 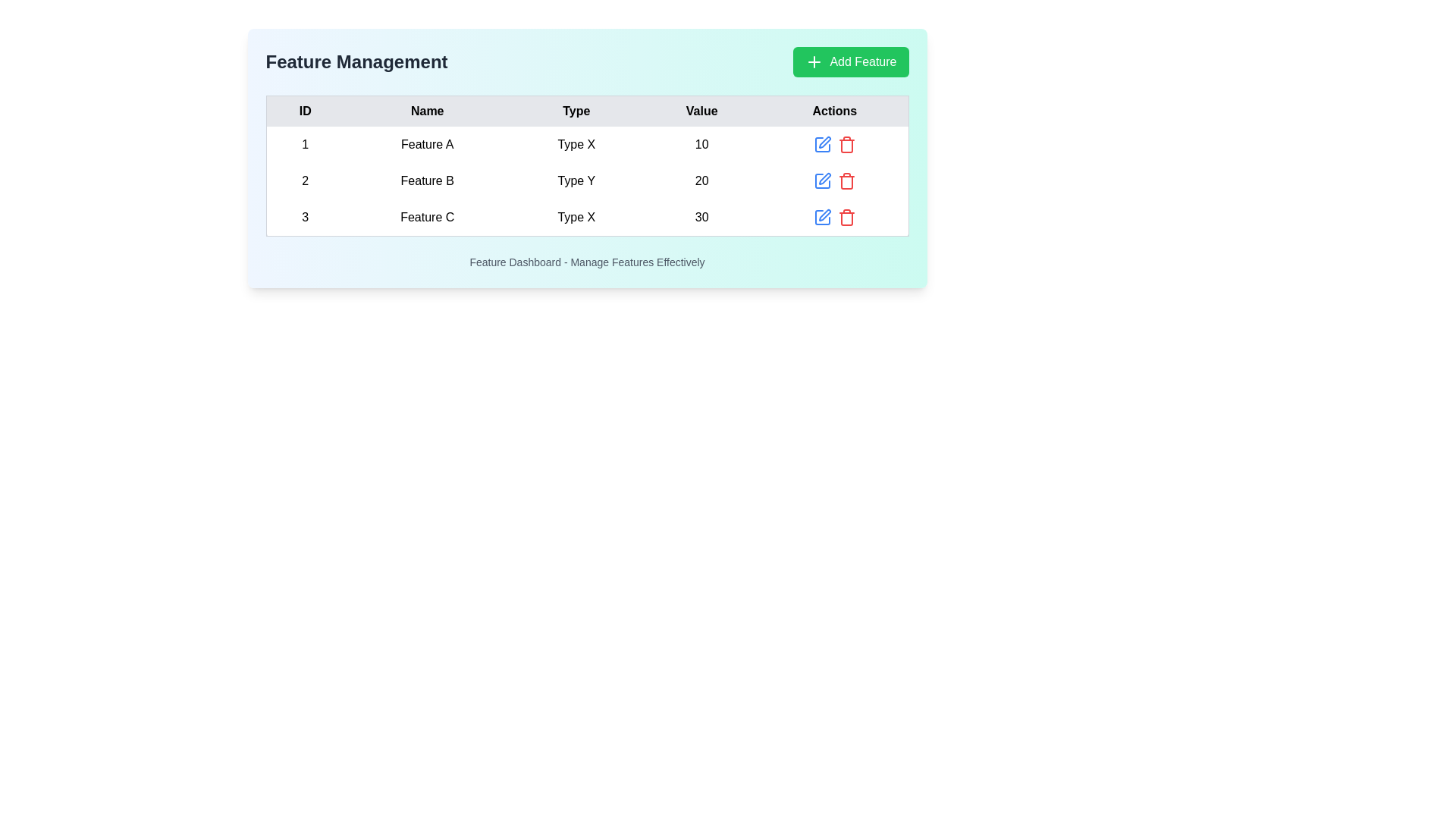 What do you see at coordinates (701, 218) in the screenshot?
I see `the static text element displaying the value associated with a feature entry, located in the fourth column of the third row under the 'Value' header` at bounding box center [701, 218].